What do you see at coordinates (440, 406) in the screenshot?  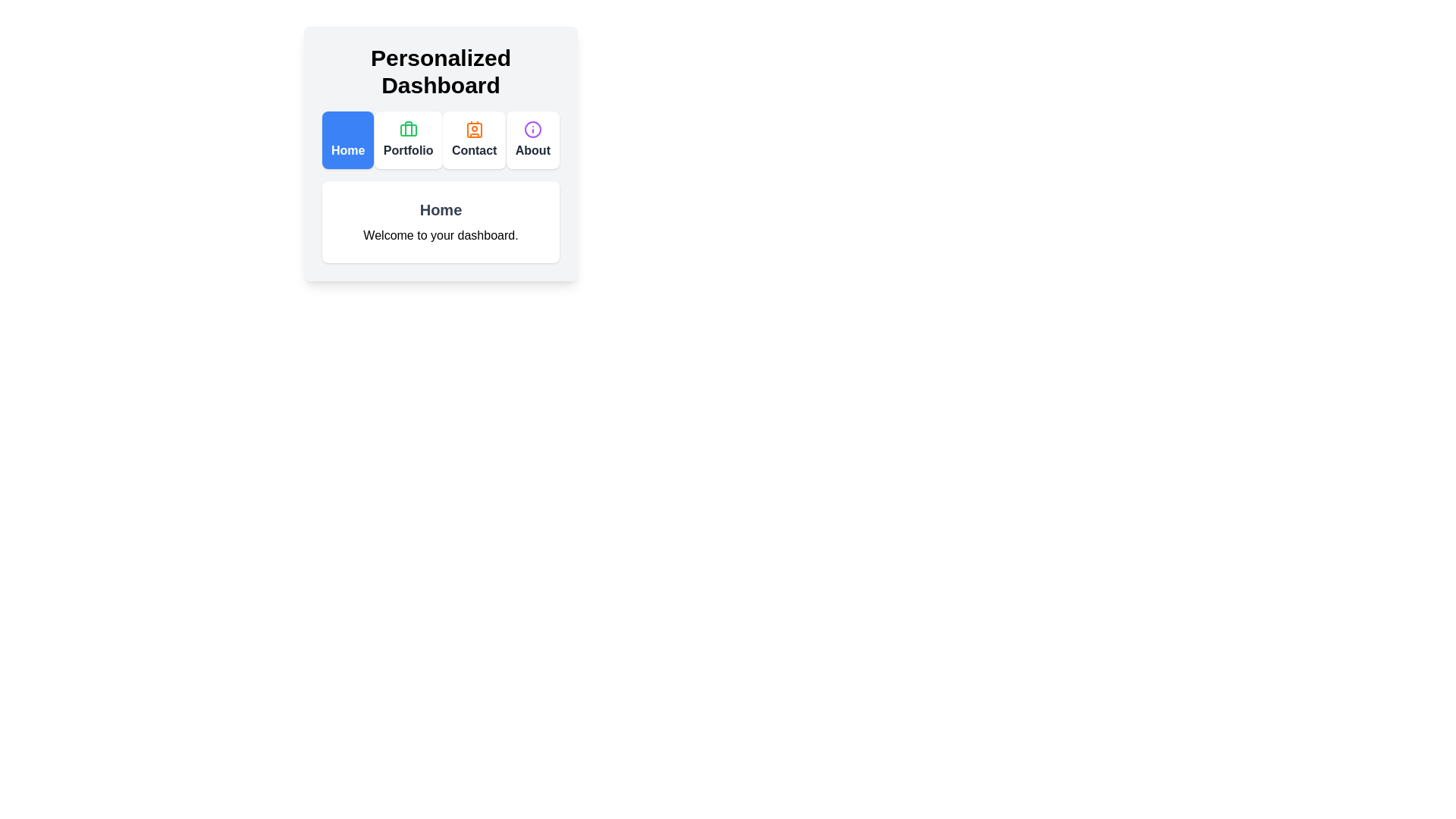 I see `the background area to focus on it` at bounding box center [440, 406].